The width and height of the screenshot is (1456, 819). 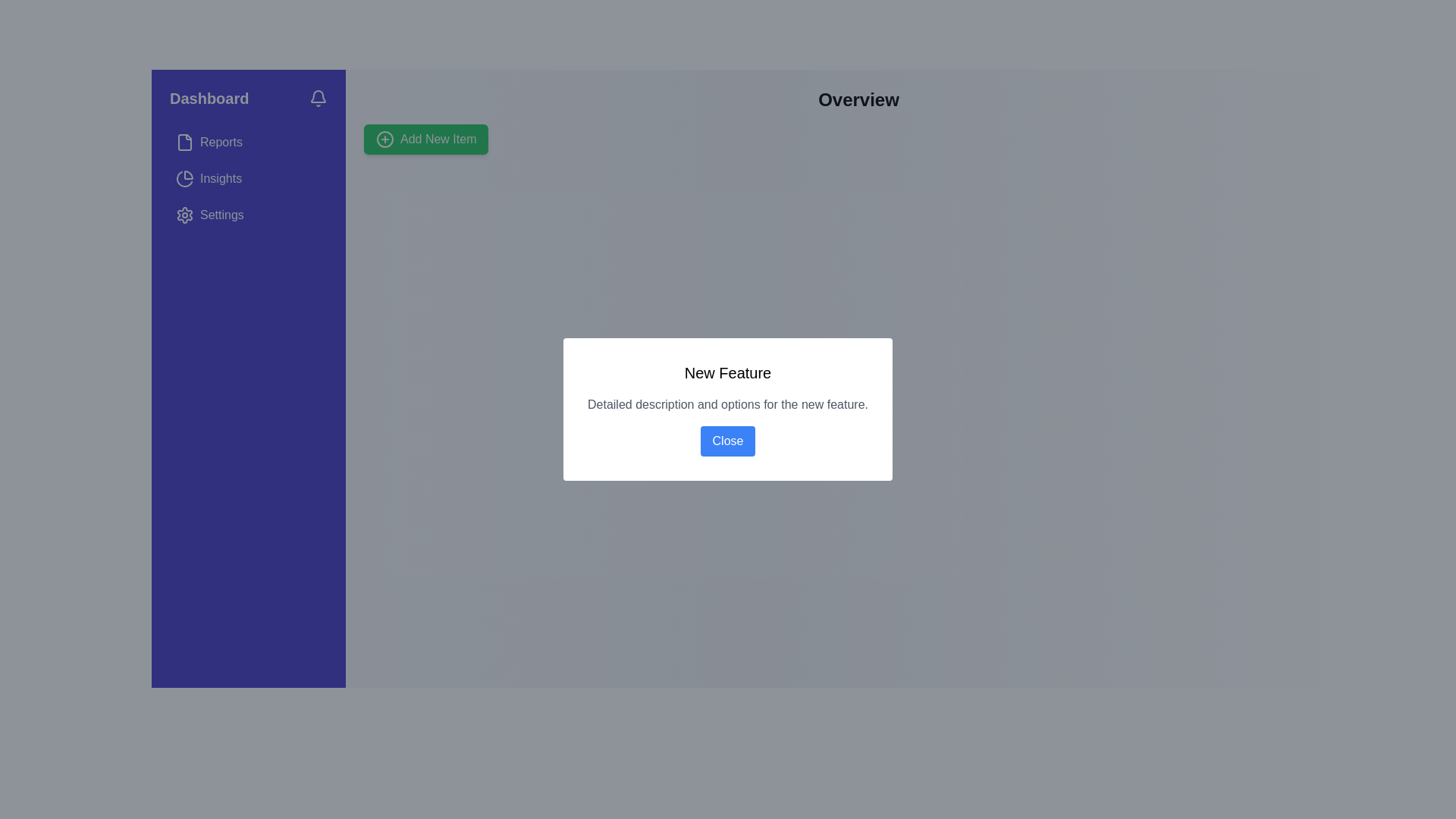 I want to click on the notification icon located near the top right corner of the sidebar section labeled 'Dashboard', so click(x=318, y=99).